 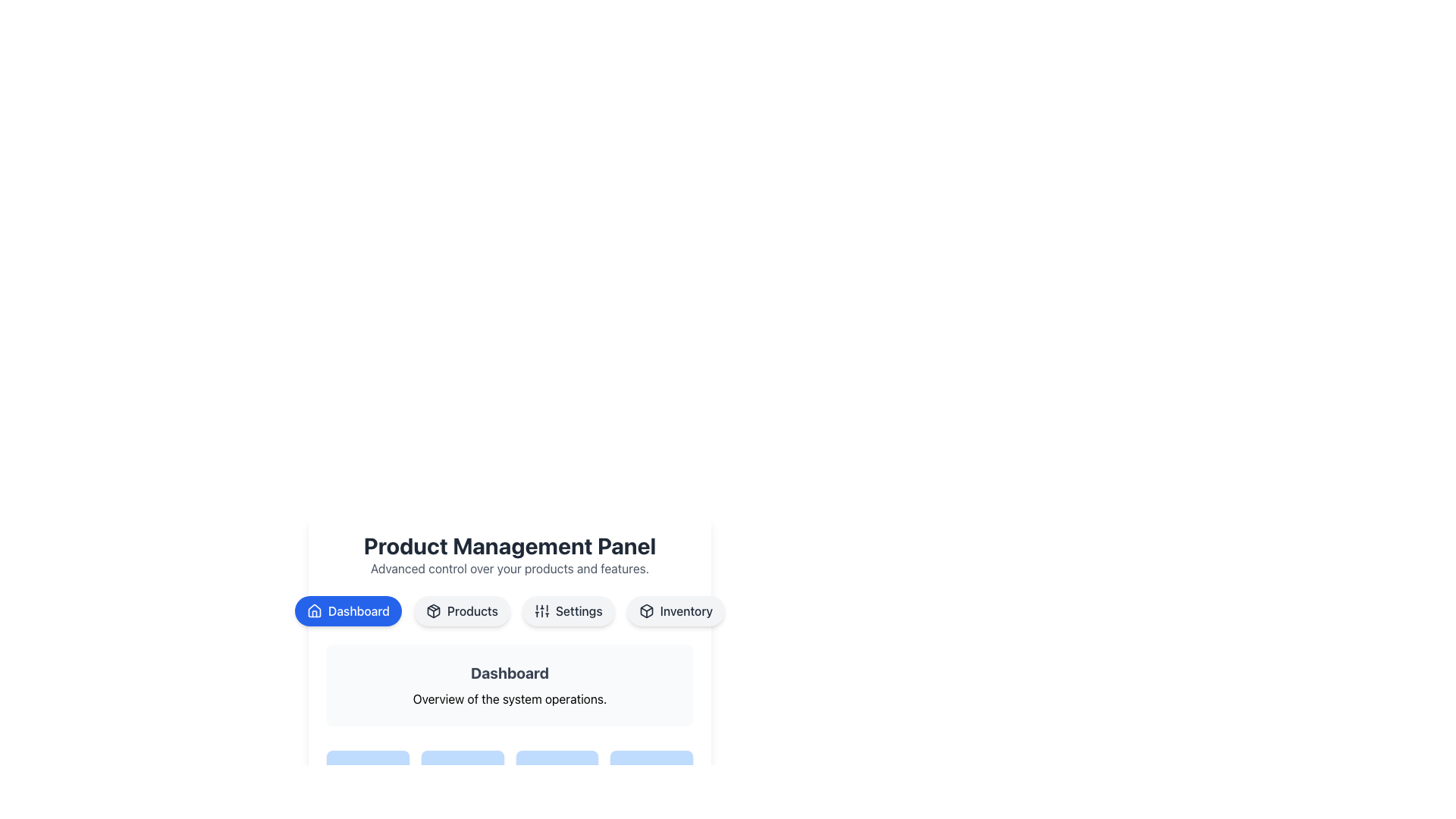 I want to click on the 'Dashboard' button, which is a prominent blue button with white text in a horizontal navigation bar, so click(x=358, y=610).